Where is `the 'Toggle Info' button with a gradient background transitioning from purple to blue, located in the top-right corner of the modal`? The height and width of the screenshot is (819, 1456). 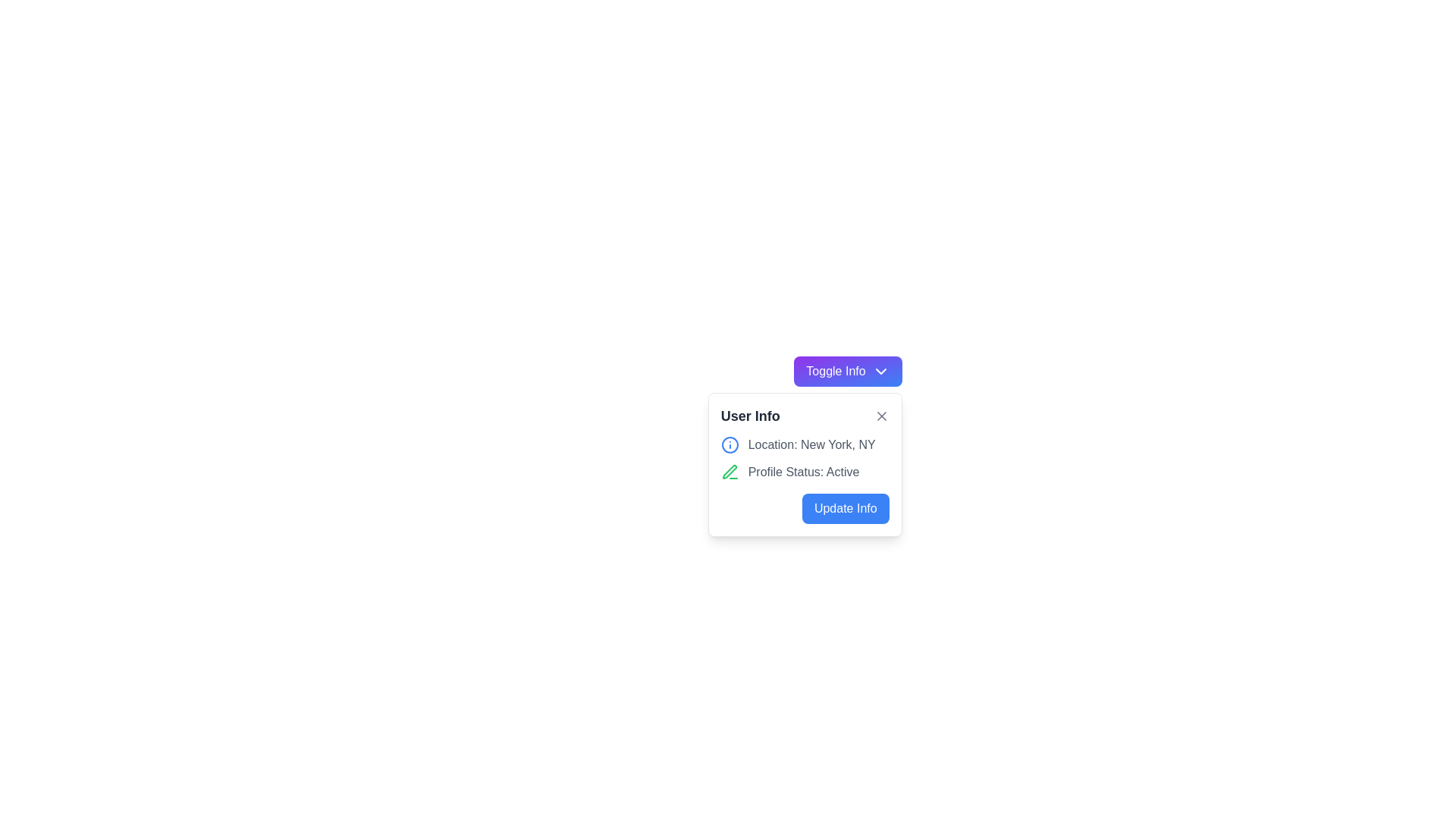 the 'Toggle Info' button with a gradient background transitioning from purple to blue, located in the top-right corner of the modal is located at coordinates (847, 371).